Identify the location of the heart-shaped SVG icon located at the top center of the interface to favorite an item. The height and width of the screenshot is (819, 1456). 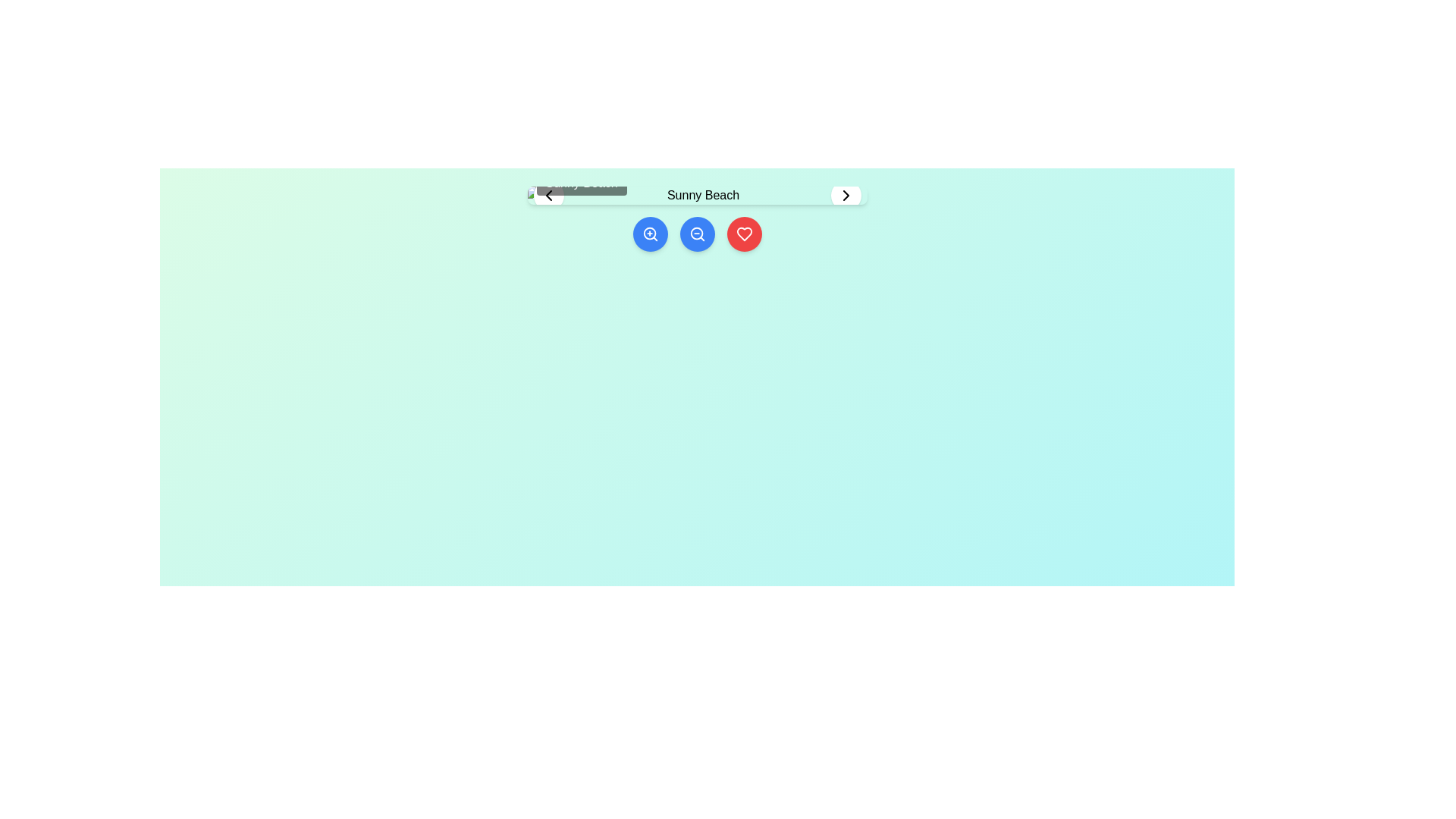
(744, 234).